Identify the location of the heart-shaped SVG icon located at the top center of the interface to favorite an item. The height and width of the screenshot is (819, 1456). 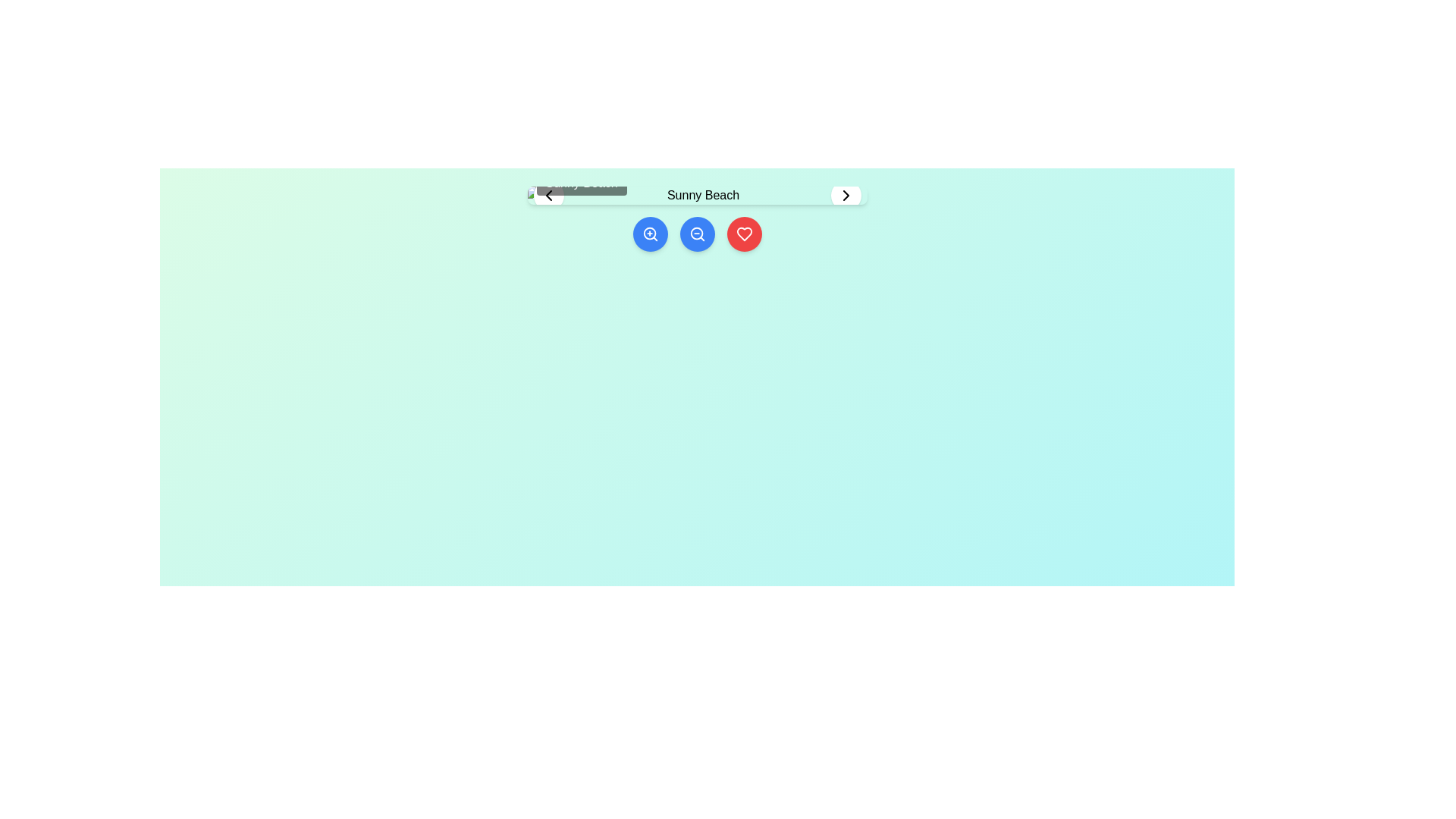
(744, 234).